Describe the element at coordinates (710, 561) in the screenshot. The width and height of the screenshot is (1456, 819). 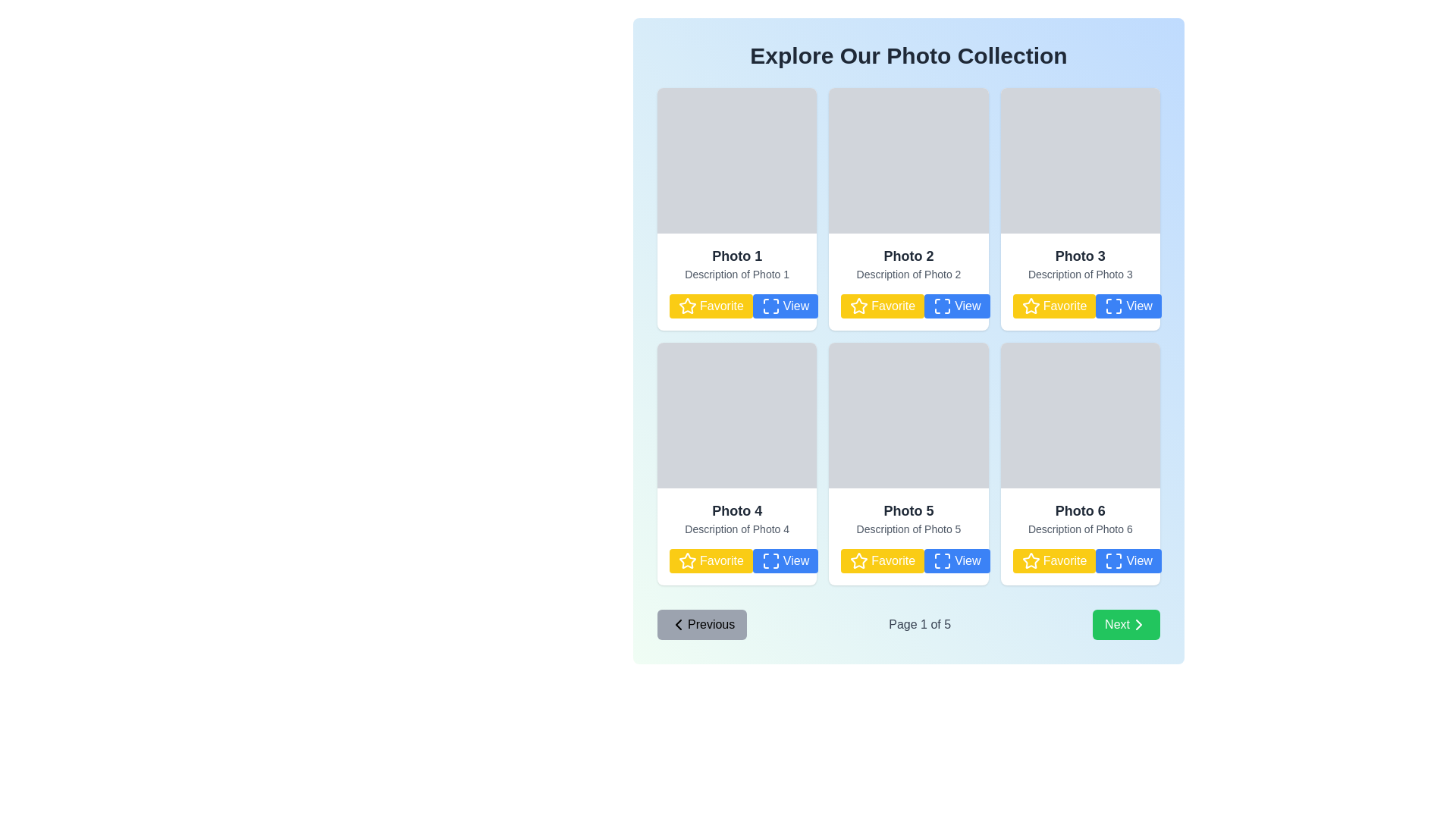
I see `the favorite button associated with Photo 4 to observe the hover effect` at that location.